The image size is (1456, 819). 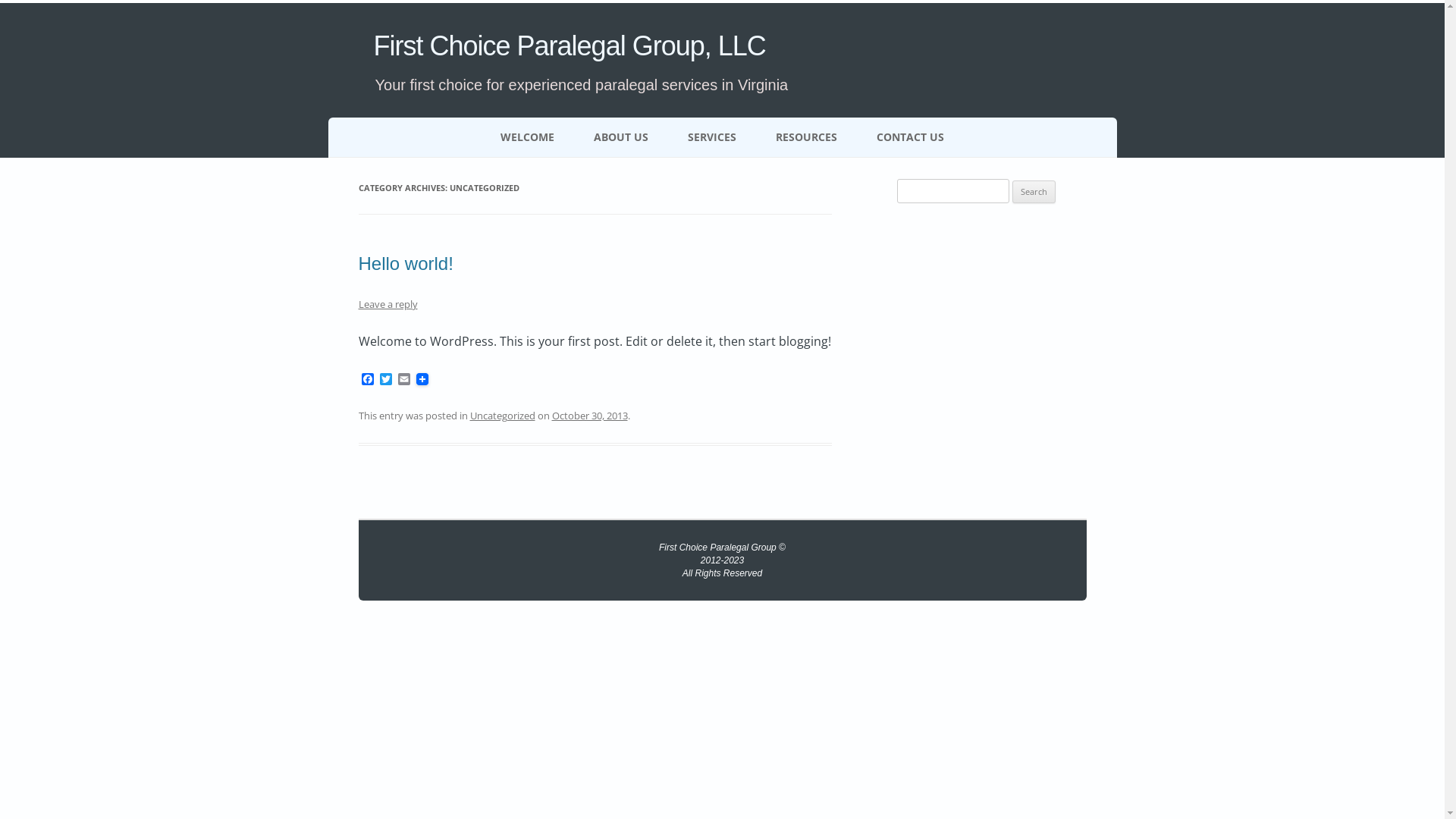 What do you see at coordinates (372, 45) in the screenshot?
I see `'First Choice Paralegal Group, LLC'` at bounding box center [372, 45].